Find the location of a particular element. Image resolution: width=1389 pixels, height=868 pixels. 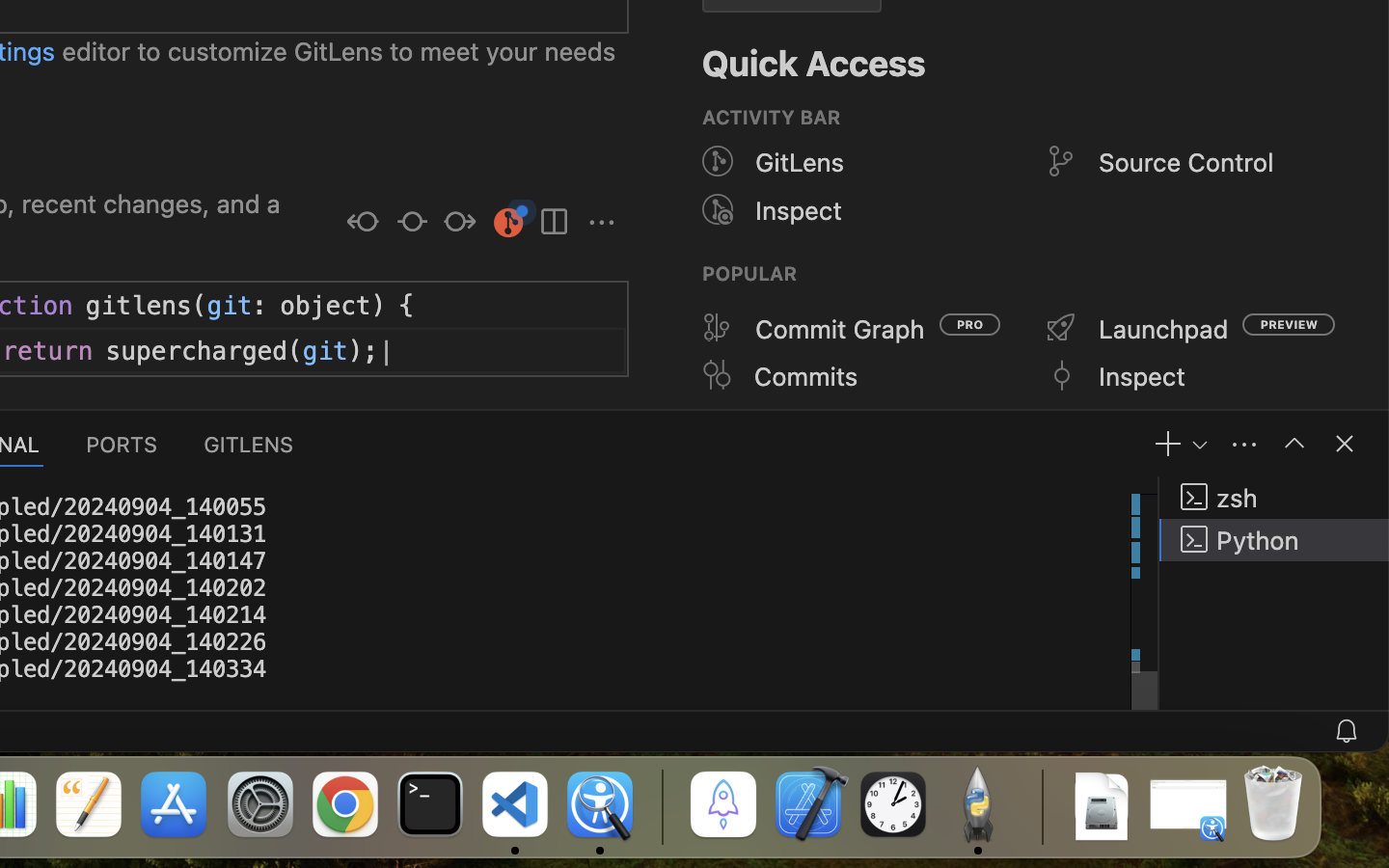

'Inspect' is located at coordinates (800, 209).